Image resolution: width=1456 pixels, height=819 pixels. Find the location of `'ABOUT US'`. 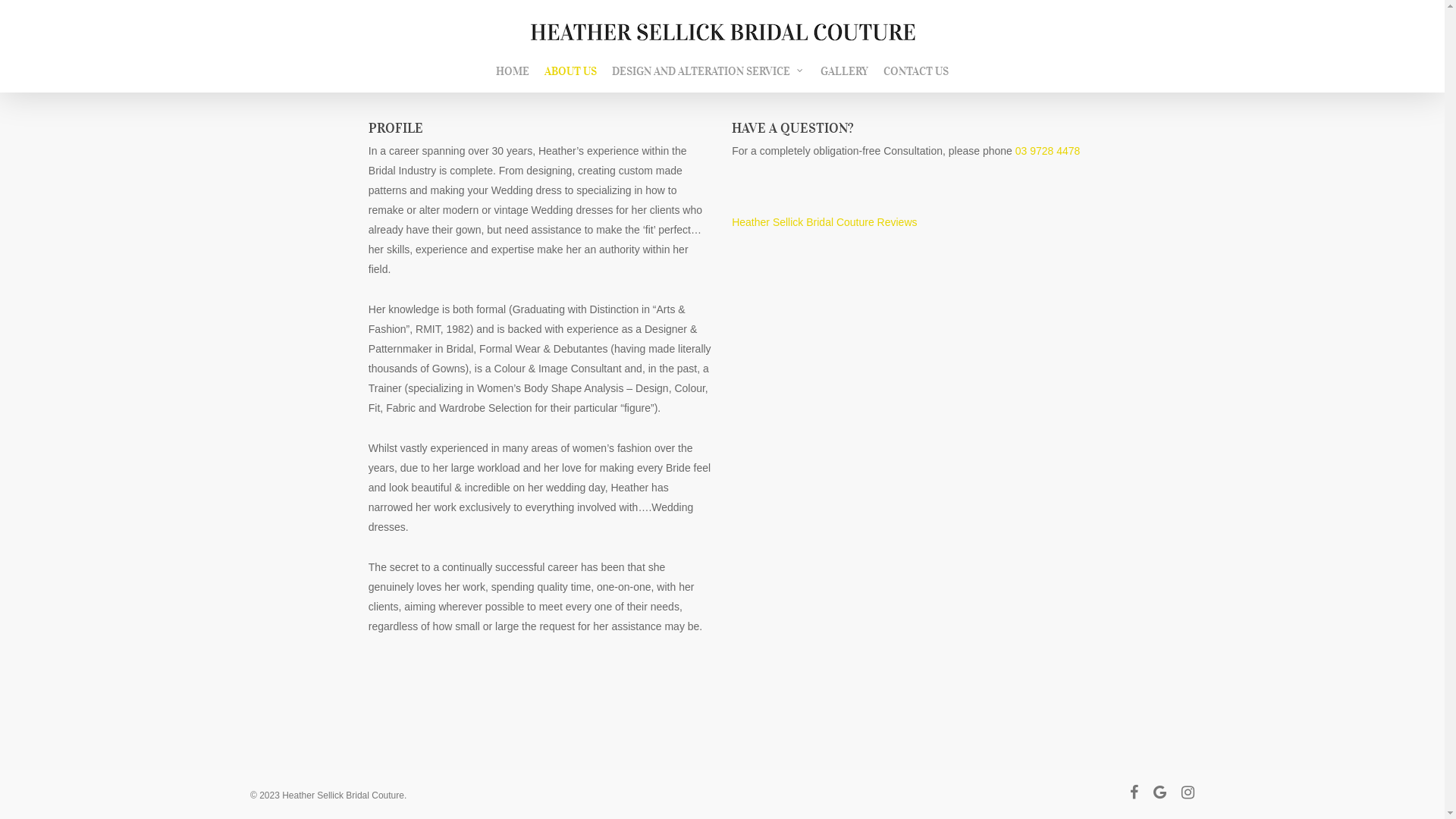

'ABOUT US' is located at coordinates (570, 79).